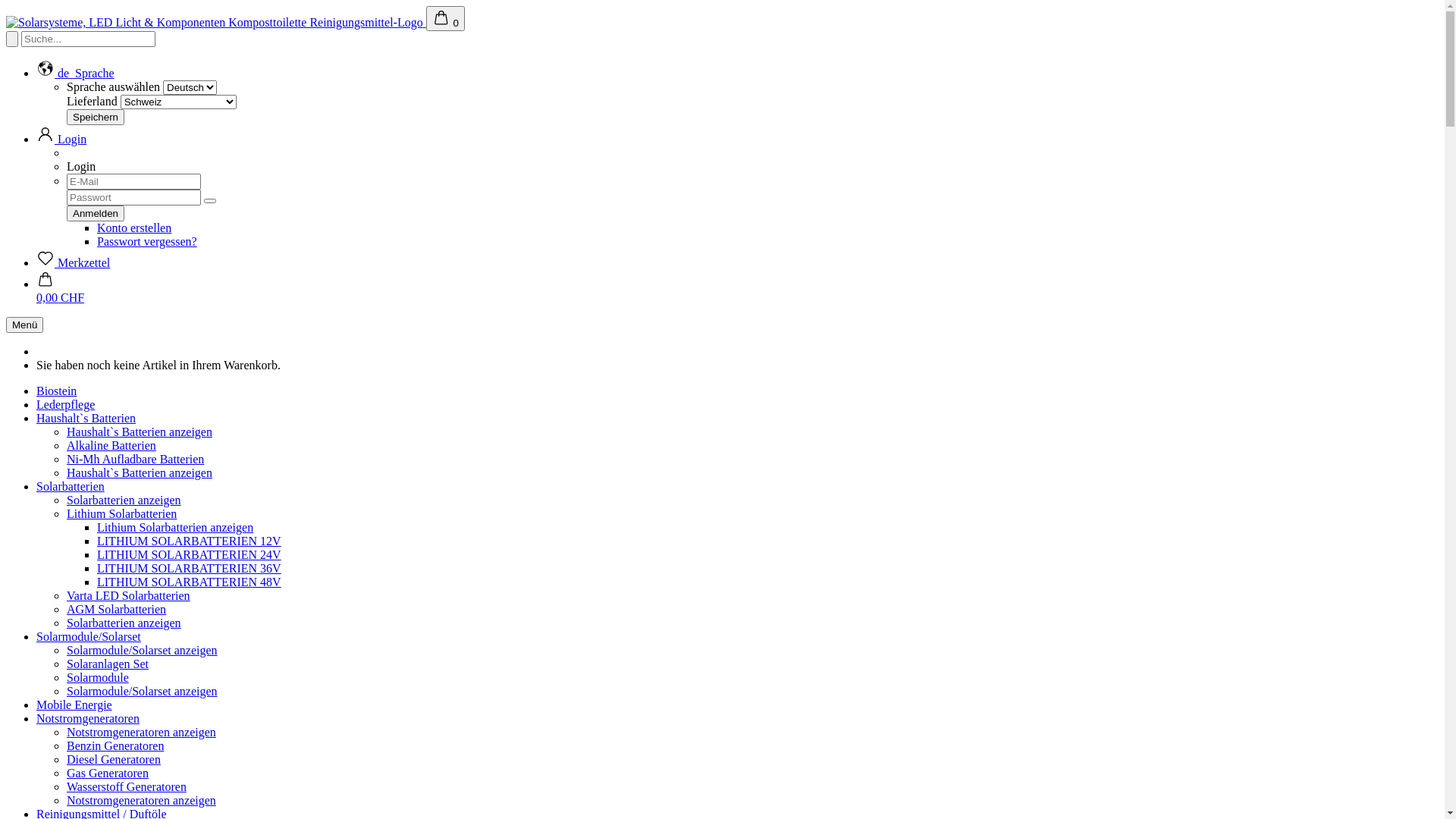 The width and height of the screenshot is (1456, 819). I want to click on 'Benzin Generatoren', so click(115, 745).